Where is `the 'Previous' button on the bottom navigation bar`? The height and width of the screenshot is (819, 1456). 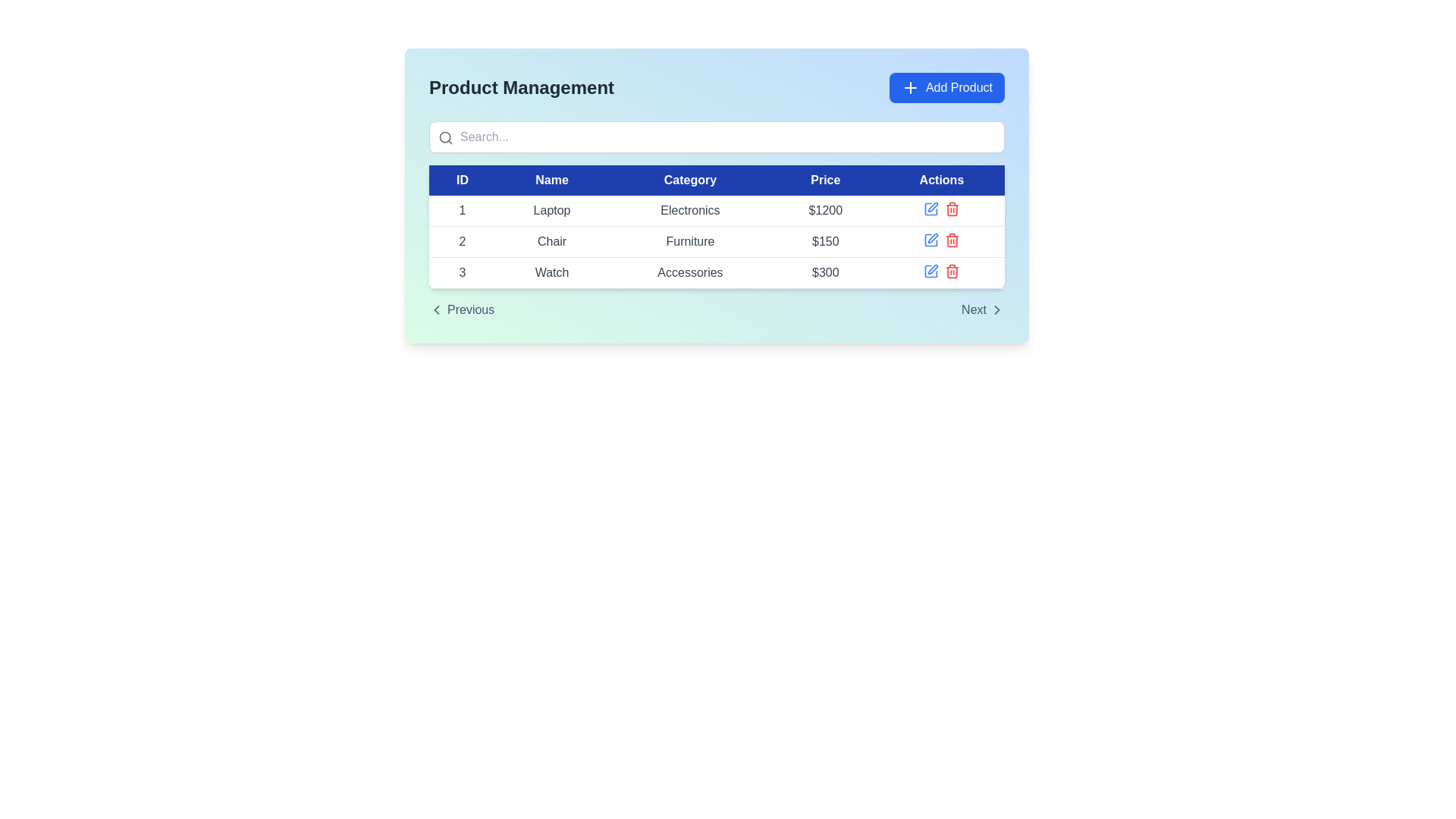 the 'Previous' button on the bottom navigation bar is located at coordinates (716, 309).